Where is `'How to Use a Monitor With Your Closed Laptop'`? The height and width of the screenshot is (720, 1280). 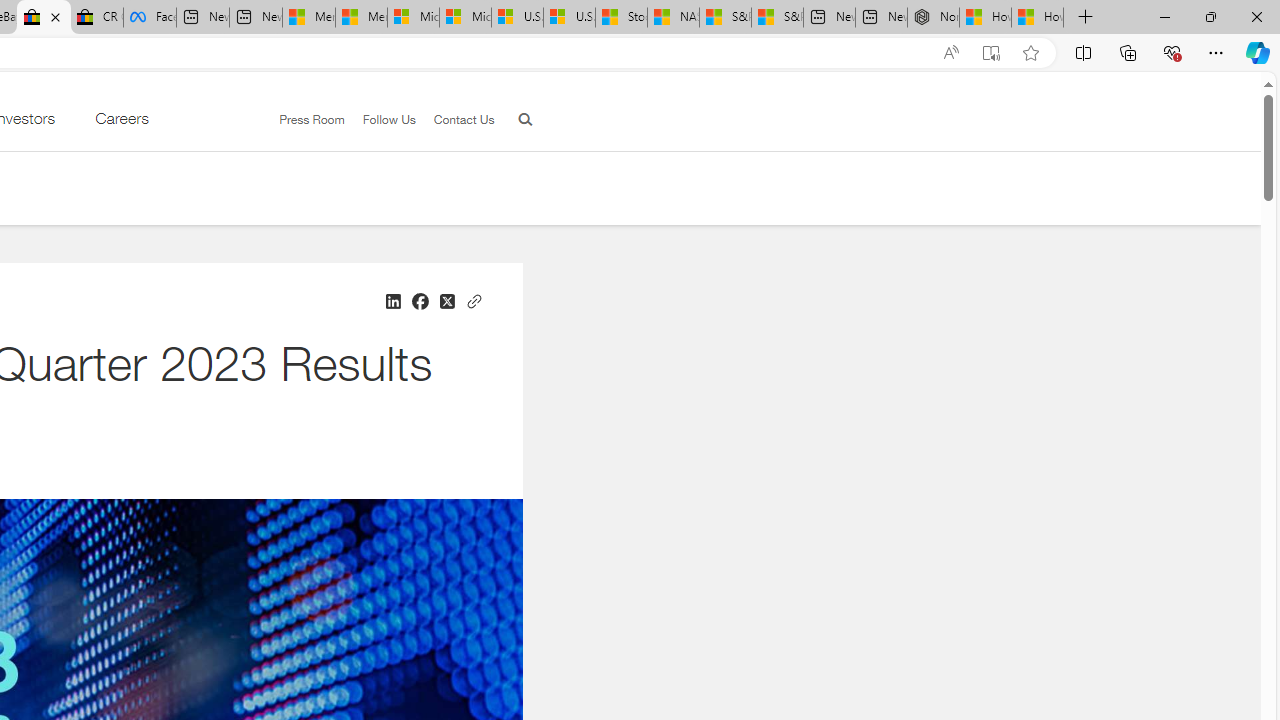 'How to Use a Monitor With Your Closed Laptop' is located at coordinates (1038, 17).